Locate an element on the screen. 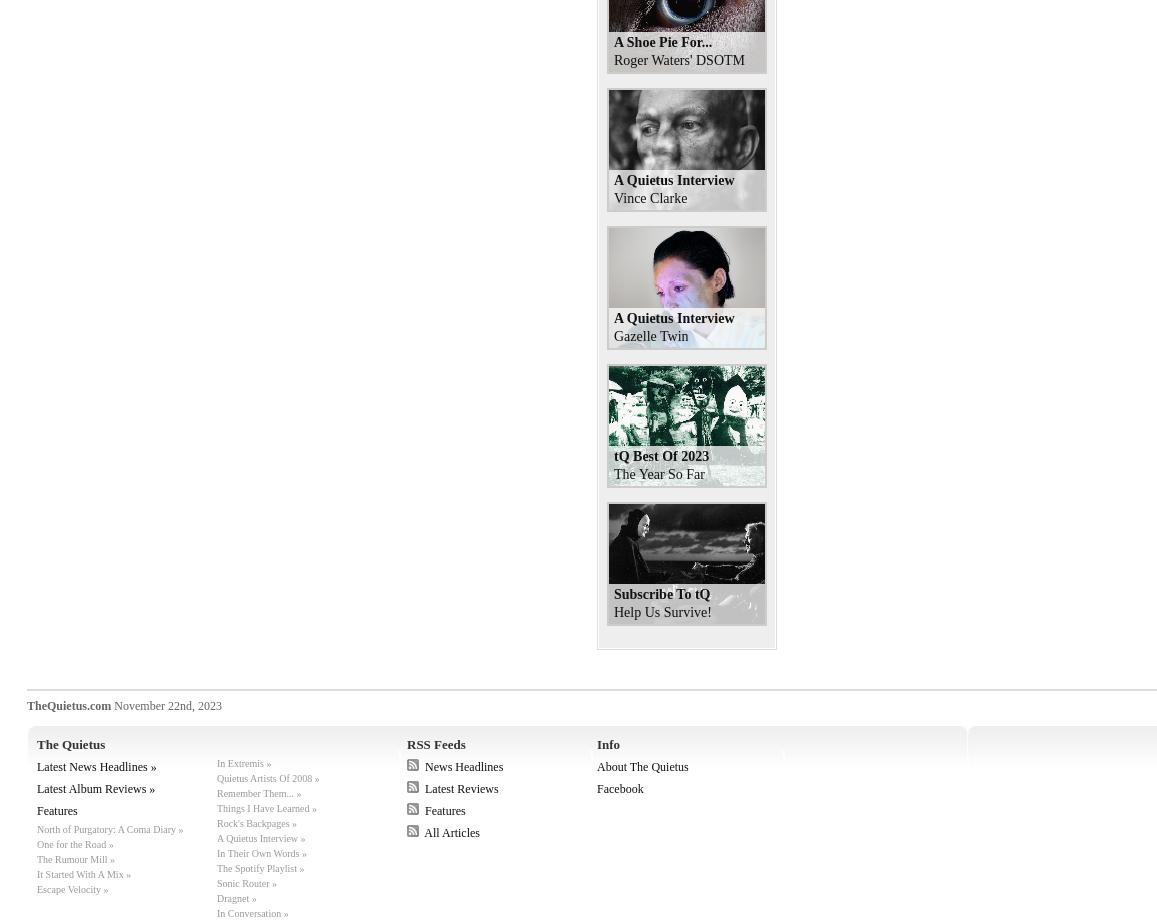 The image size is (1157, 924). 'News Headlines' is located at coordinates (420, 767).